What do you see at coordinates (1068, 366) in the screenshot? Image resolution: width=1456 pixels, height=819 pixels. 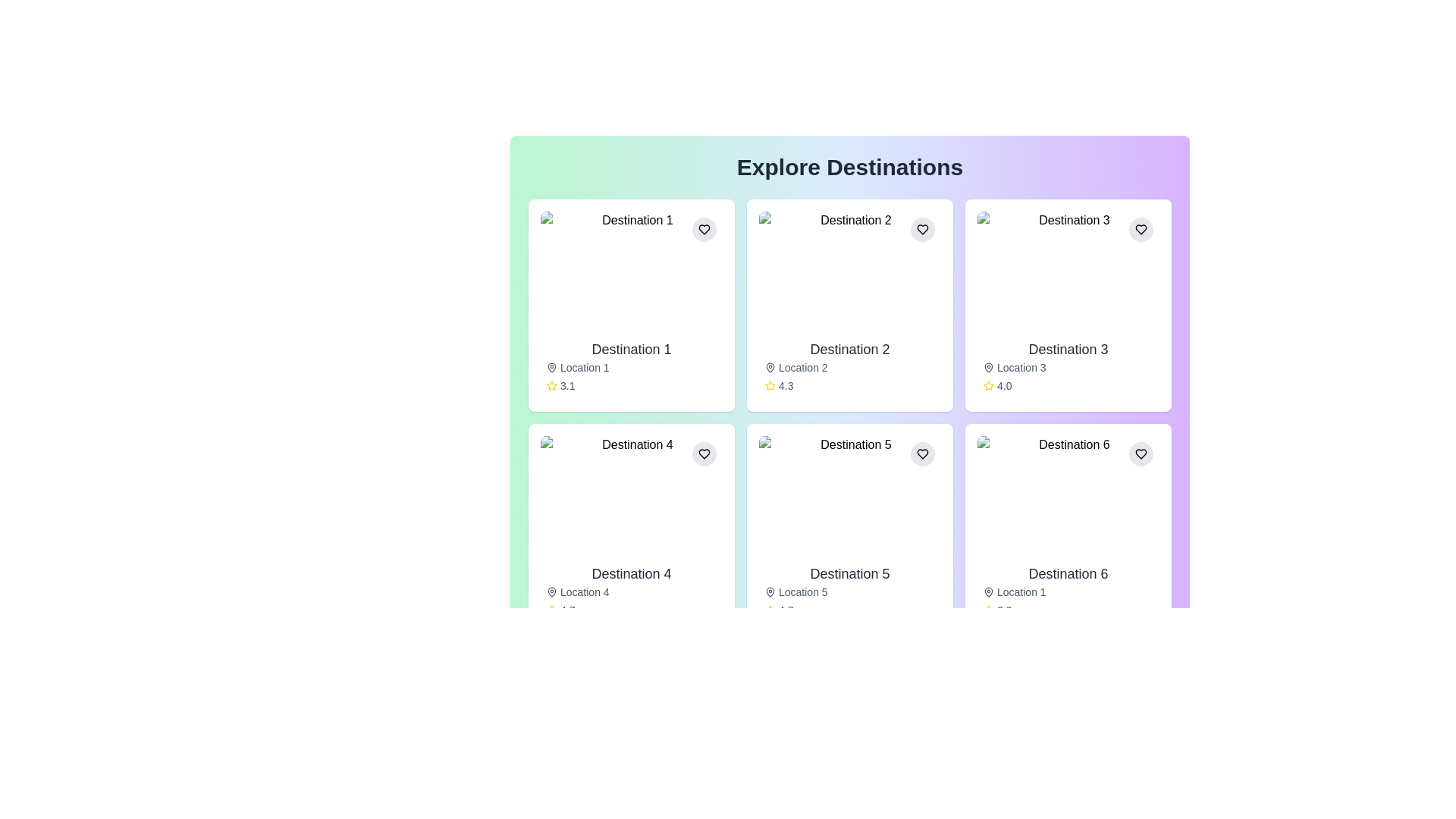 I see `the informational display component showing 'Destination 3' for more details` at bounding box center [1068, 366].